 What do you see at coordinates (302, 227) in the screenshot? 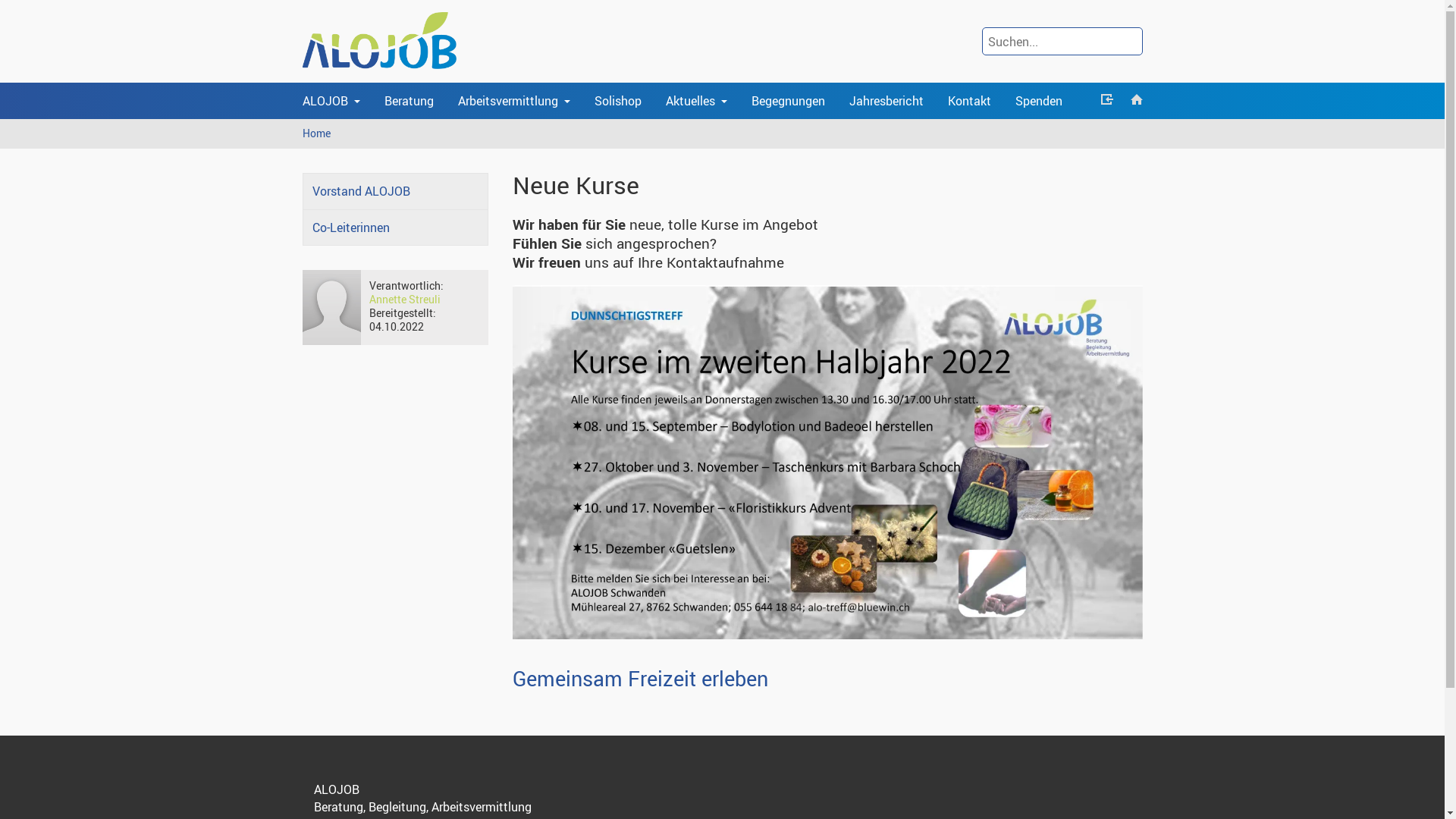
I see `'Co-Leiterinnen'` at bounding box center [302, 227].